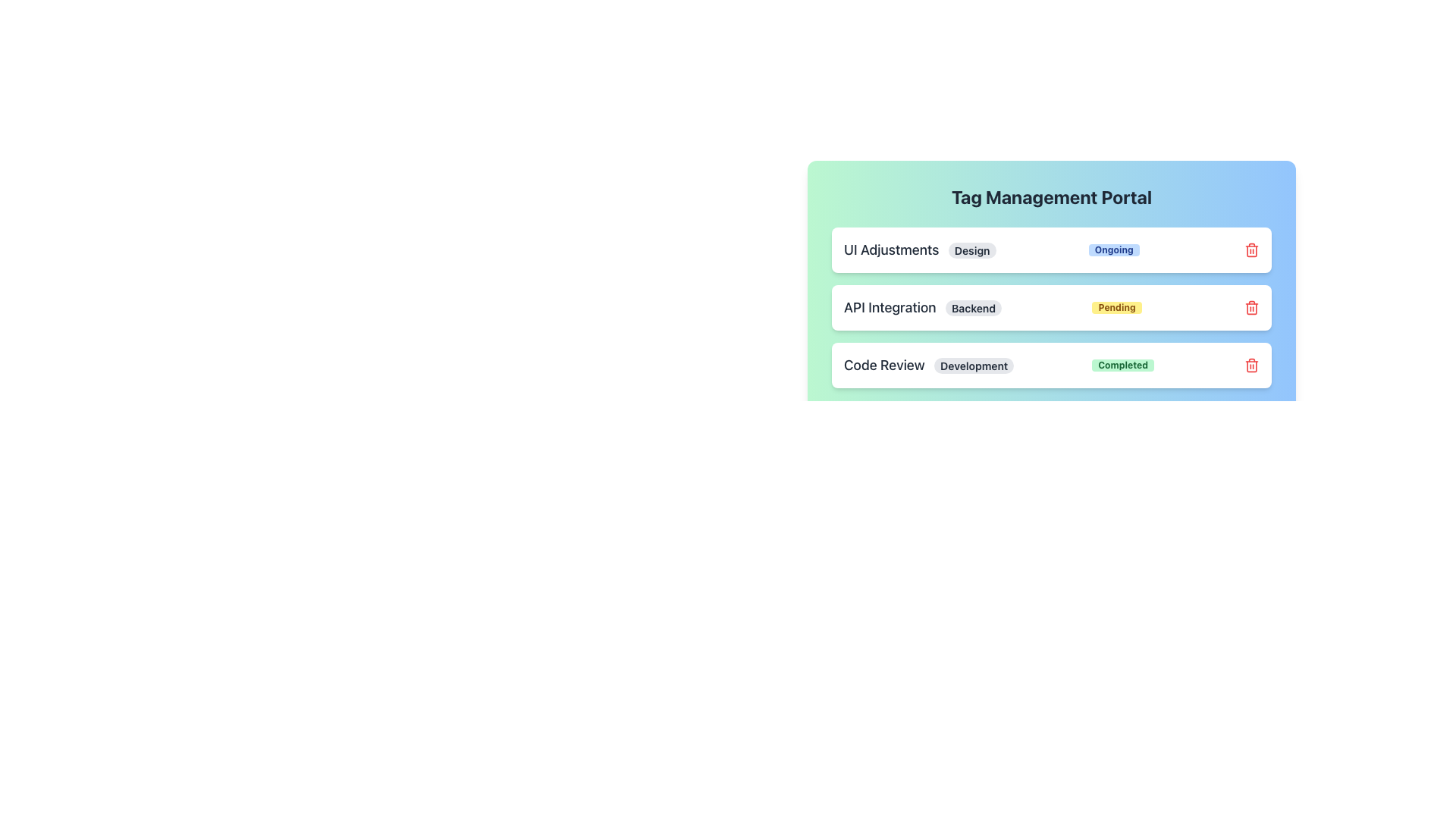 This screenshot has width=1456, height=819. Describe the element at coordinates (974, 307) in the screenshot. I see `the small, rounded label with a light gray background and bold, black text reading 'Backend', which is positioned towards the right side of the text 'API Integration' in the Tag Management Portal` at that location.